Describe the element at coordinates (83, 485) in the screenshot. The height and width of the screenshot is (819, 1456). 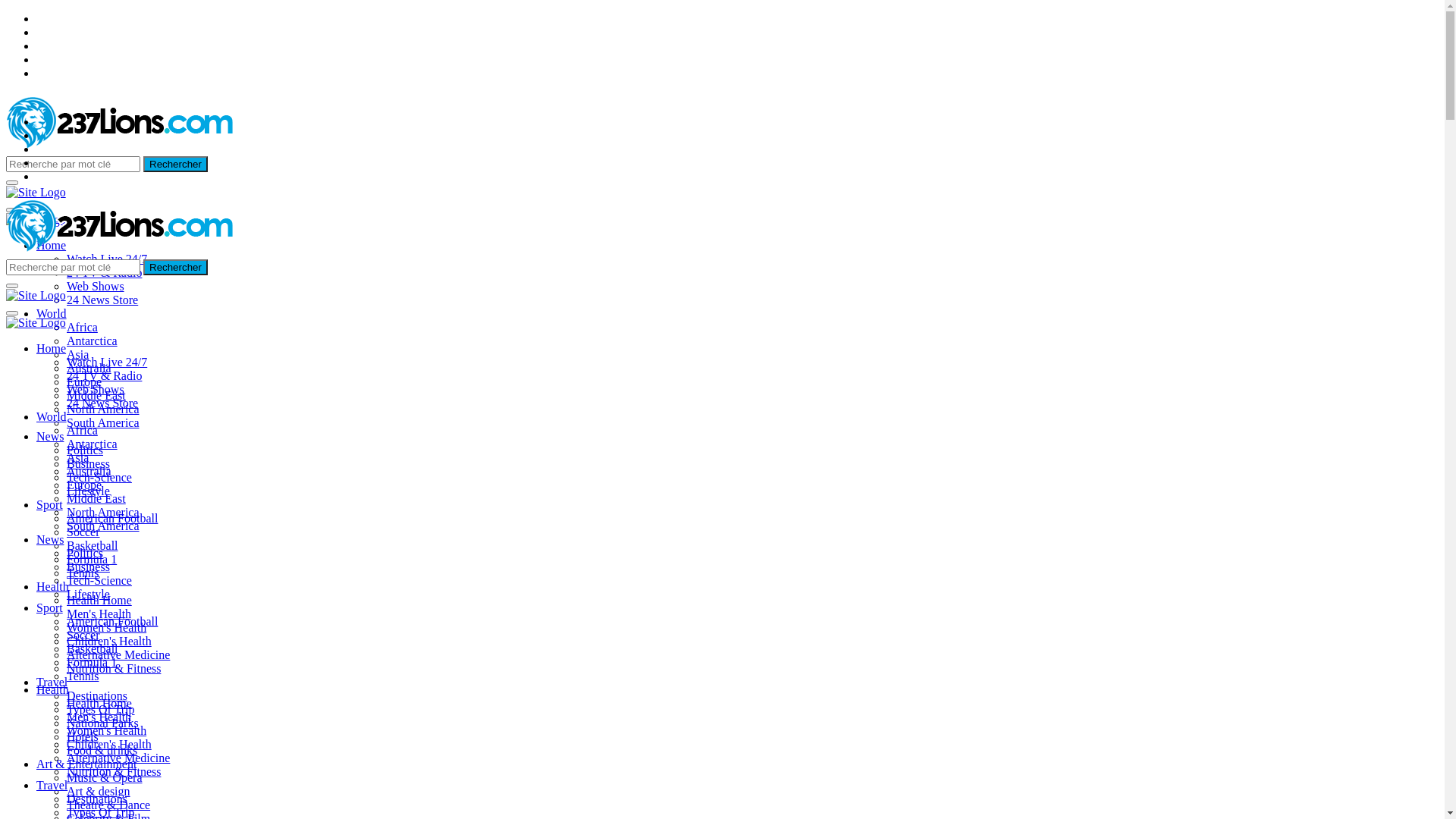
I see `'Europe'` at that location.